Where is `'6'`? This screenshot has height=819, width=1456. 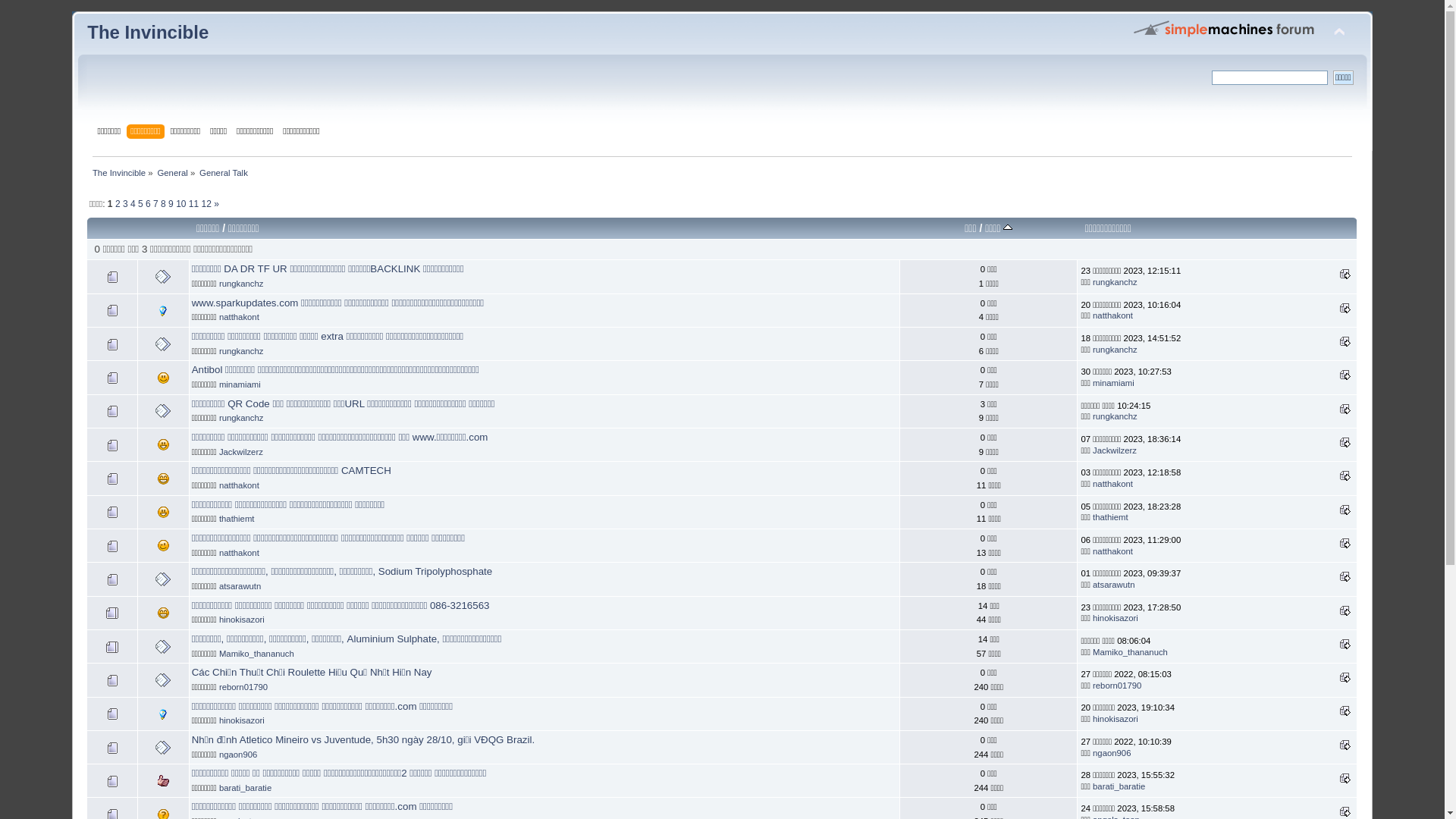 '6' is located at coordinates (148, 203).